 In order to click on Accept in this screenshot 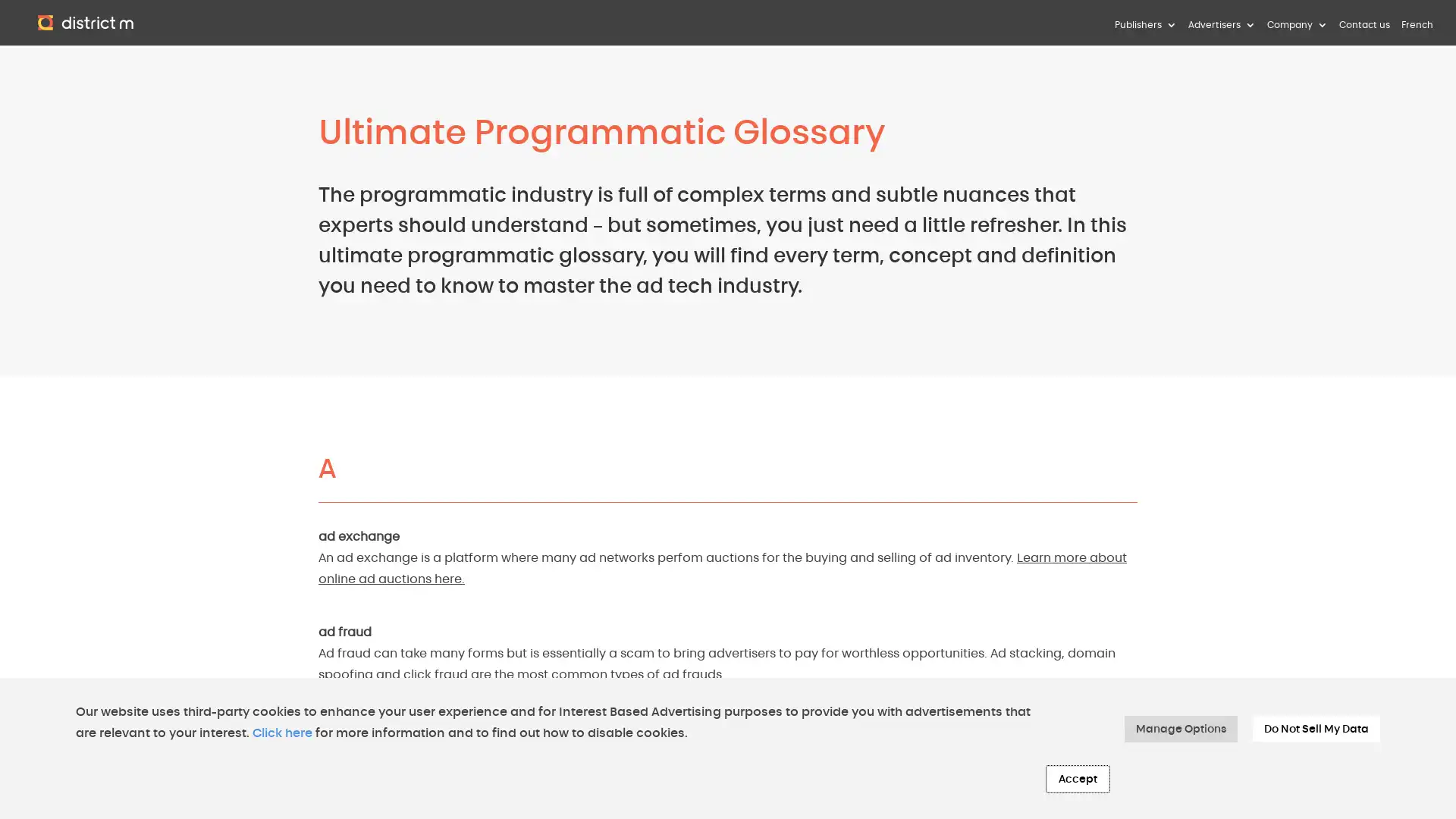, I will do `click(1077, 779)`.